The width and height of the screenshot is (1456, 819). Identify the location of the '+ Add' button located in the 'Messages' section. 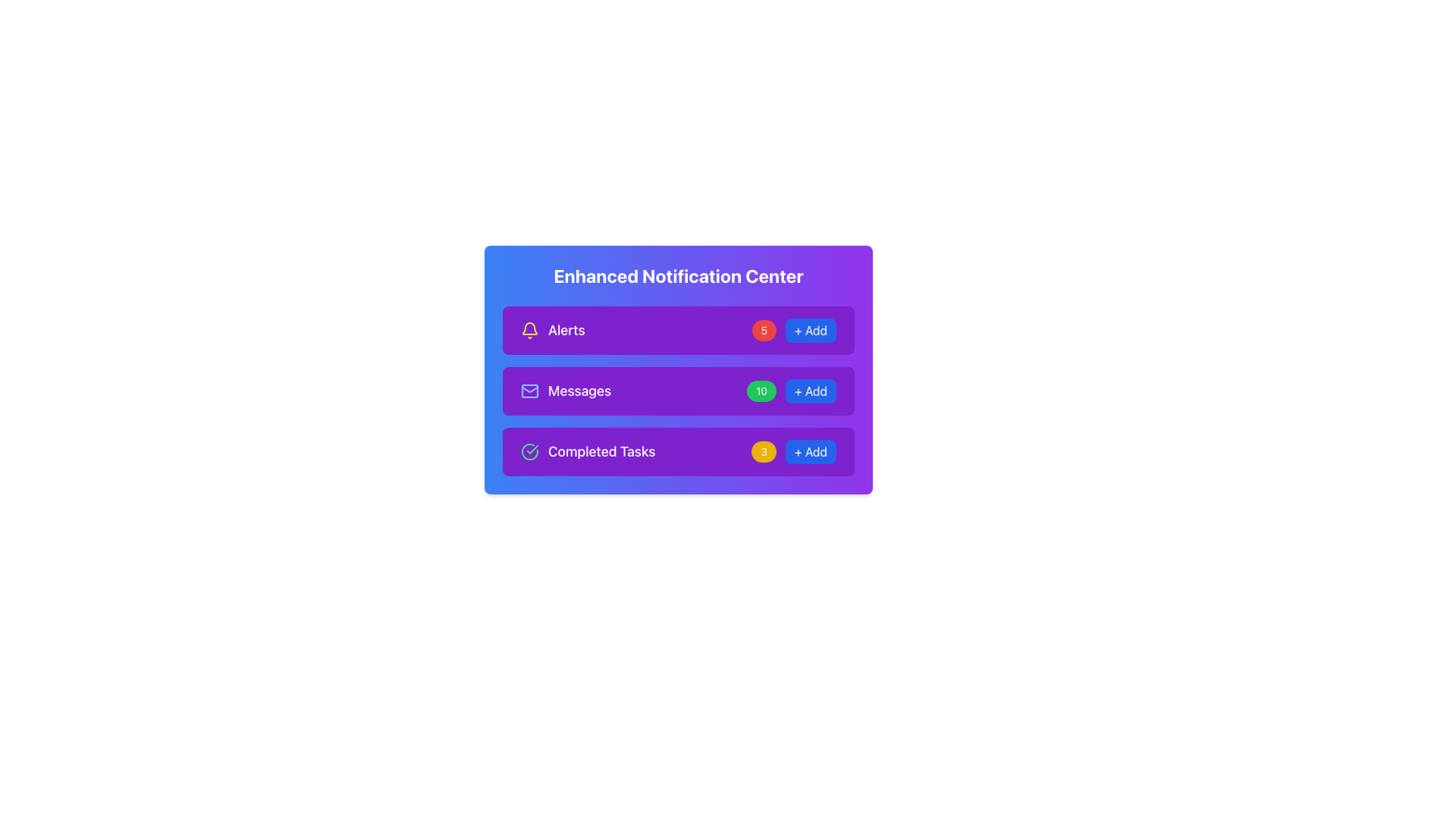
(810, 391).